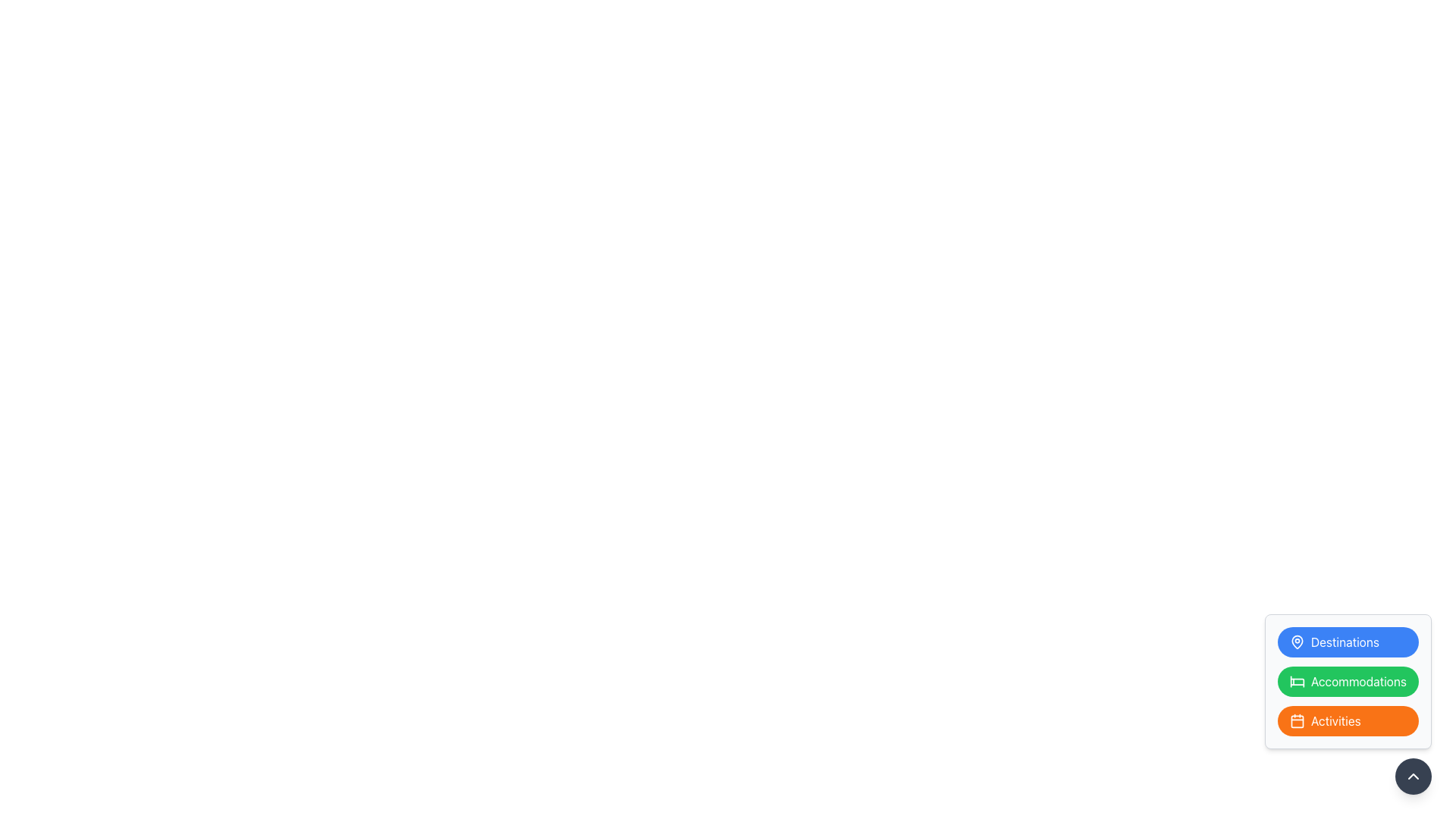 This screenshot has width=1456, height=819. What do you see at coordinates (1348, 642) in the screenshot?
I see `the 'Destinations' button, which is a horizontal button with a blue background and a map pin icon, to change its background color` at bounding box center [1348, 642].